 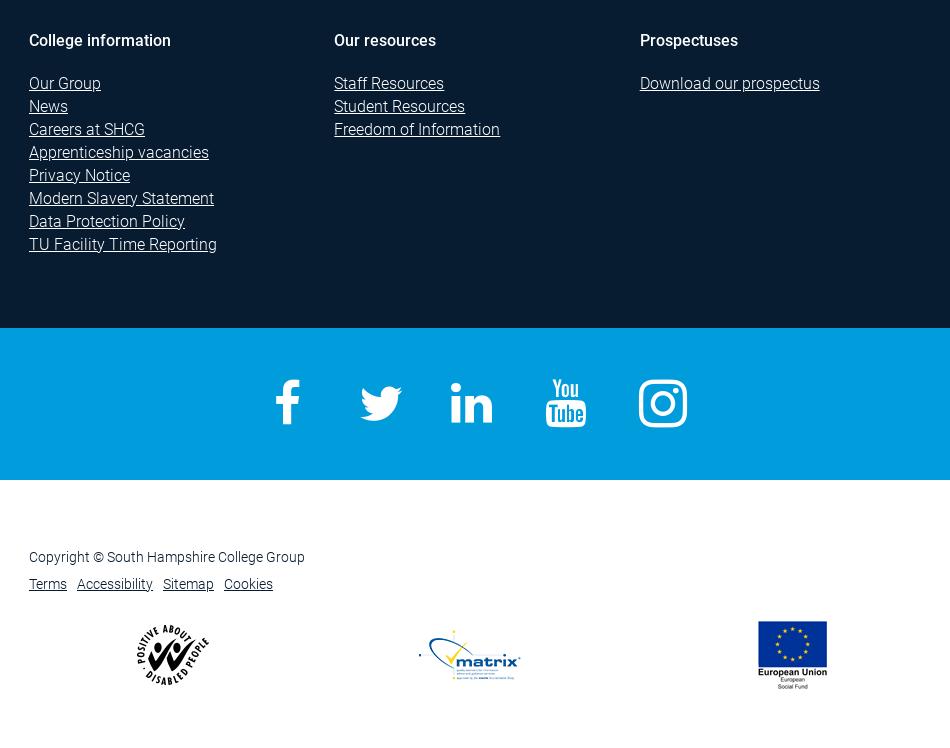 I want to click on 'Sitemap', so click(x=188, y=584).